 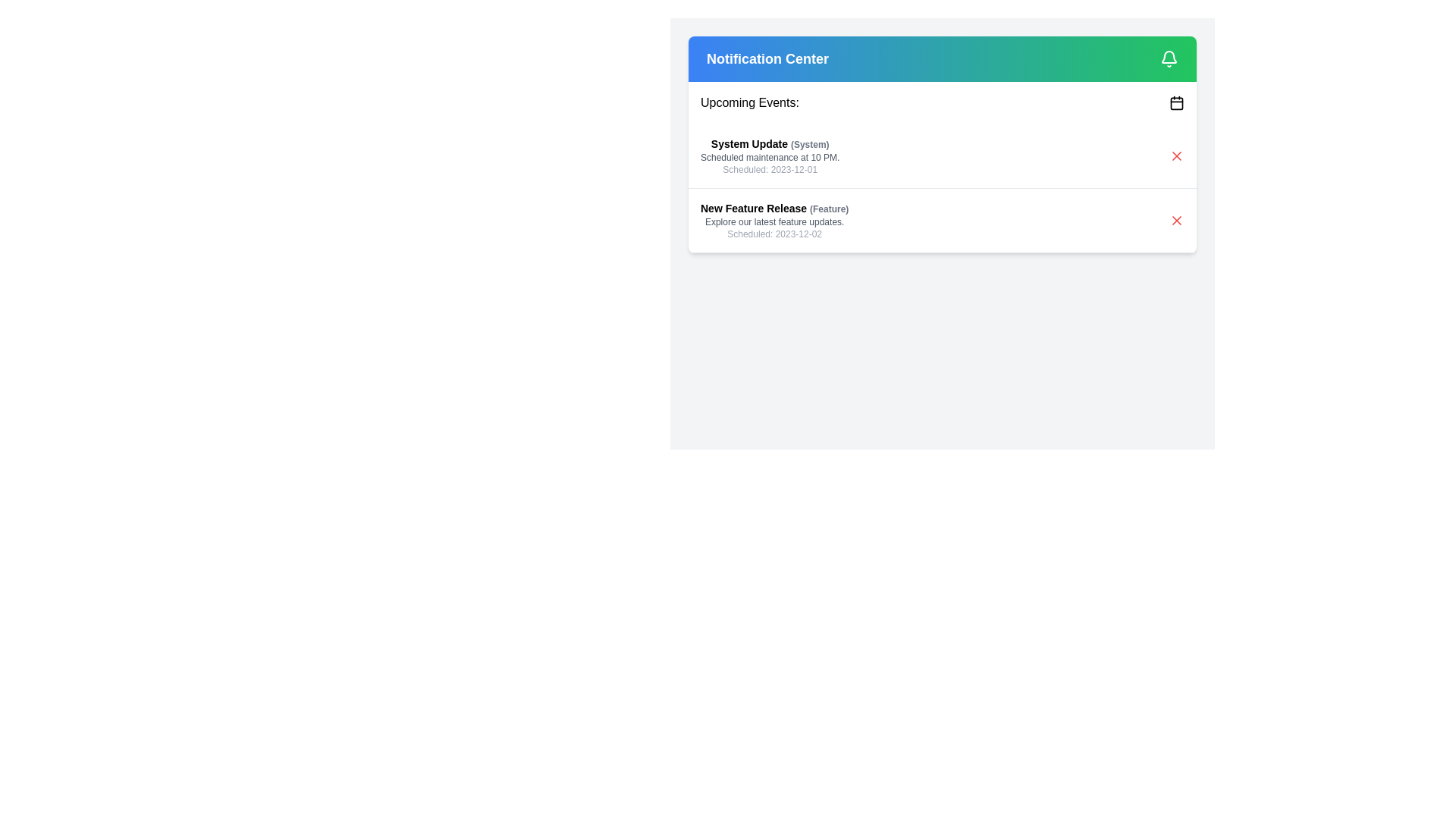 I want to click on the descriptive label that provides contextual information about the feature update, positioned below the title 'New Feature Release (Feature)' and above the text 'Scheduled: 2023-12-02', so click(x=774, y=222).